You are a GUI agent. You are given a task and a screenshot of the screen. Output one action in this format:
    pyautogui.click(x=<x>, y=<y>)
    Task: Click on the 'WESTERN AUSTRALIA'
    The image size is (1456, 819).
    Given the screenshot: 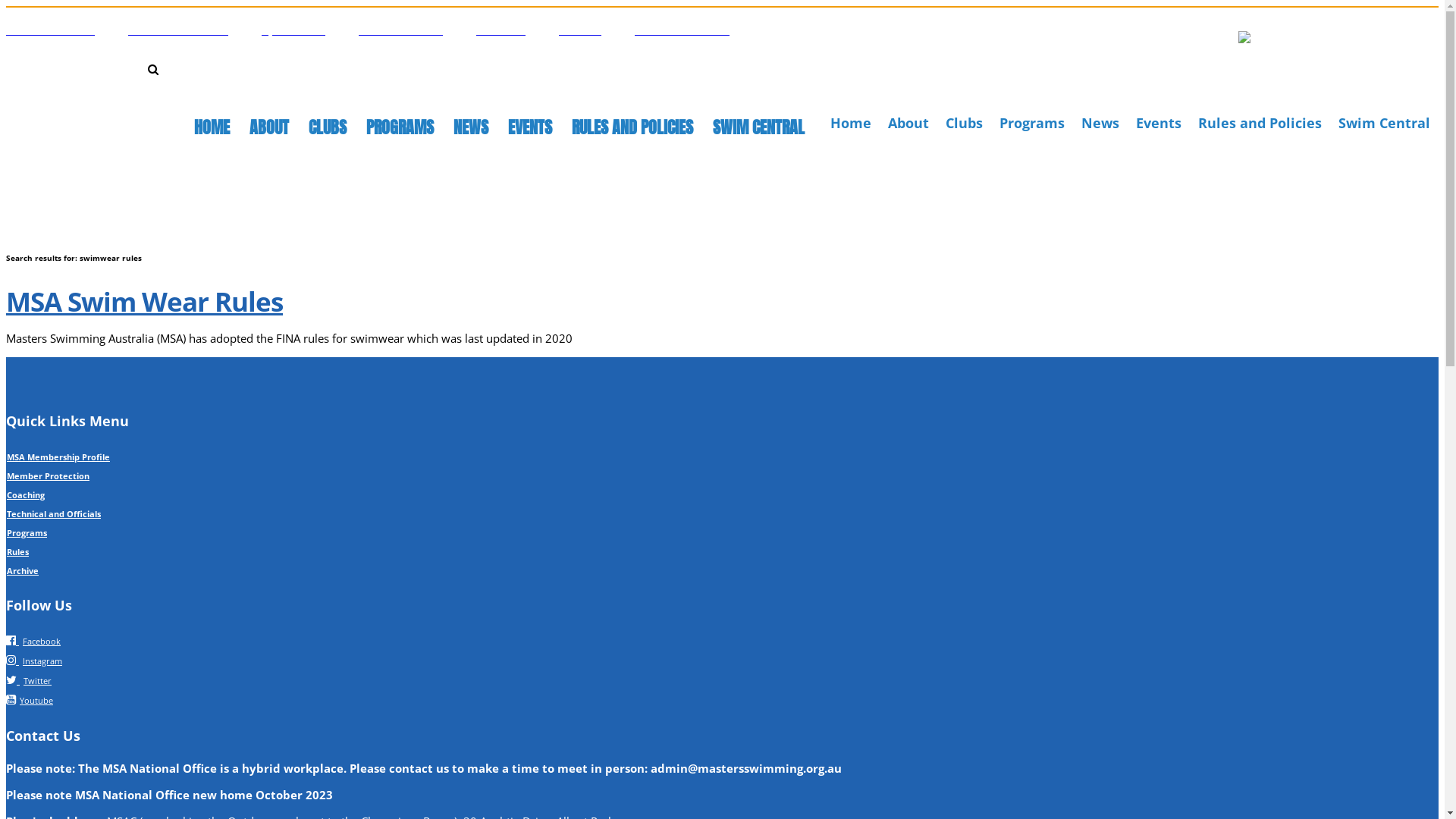 What is the action you would take?
    pyautogui.click(x=681, y=29)
    